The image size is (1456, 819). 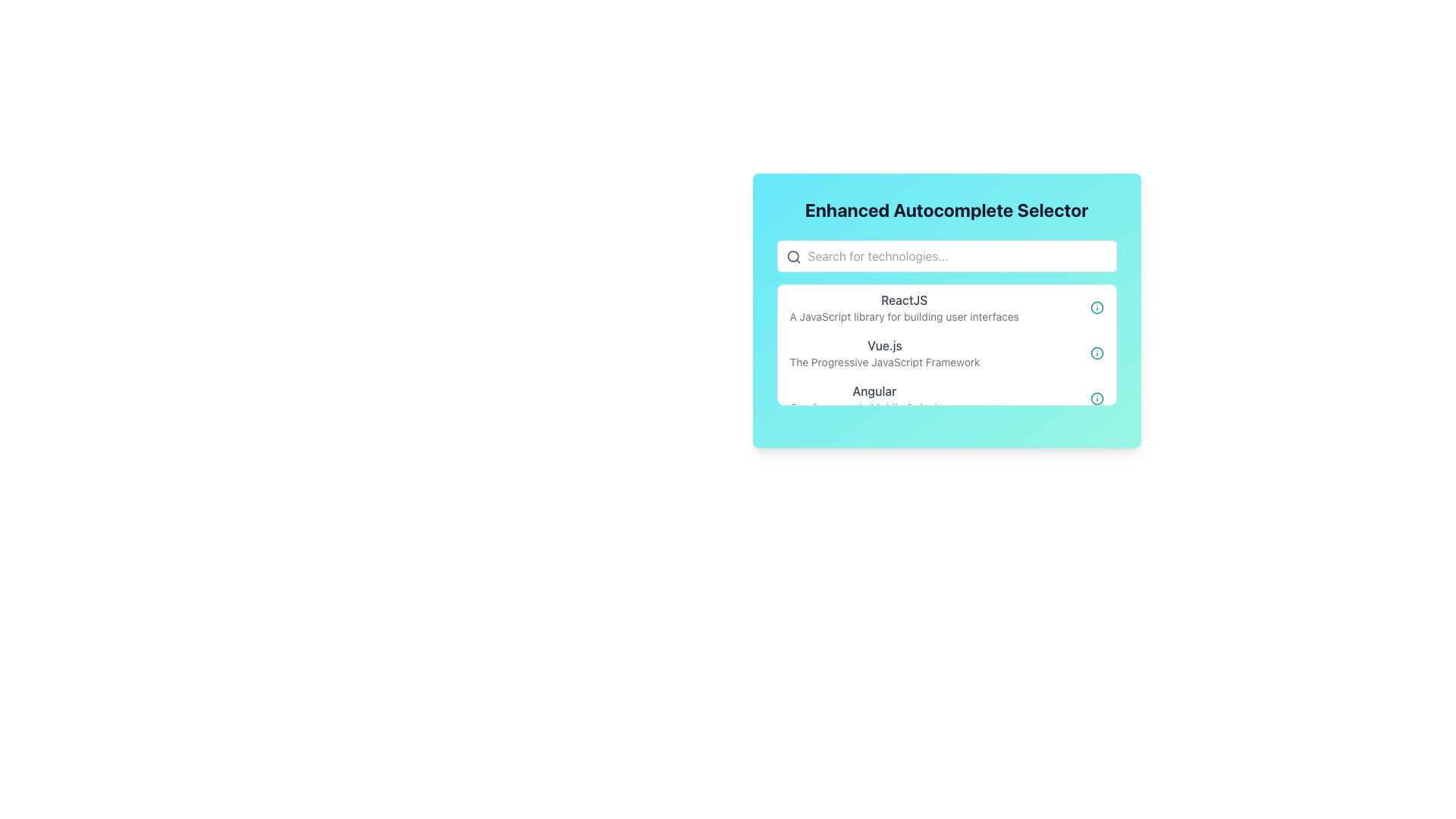 I want to click on the selectable option labeled 'Angular' in the list, which is the third entry below 'ReactJS' and 'Vue.js', so click(x=874, y=397).